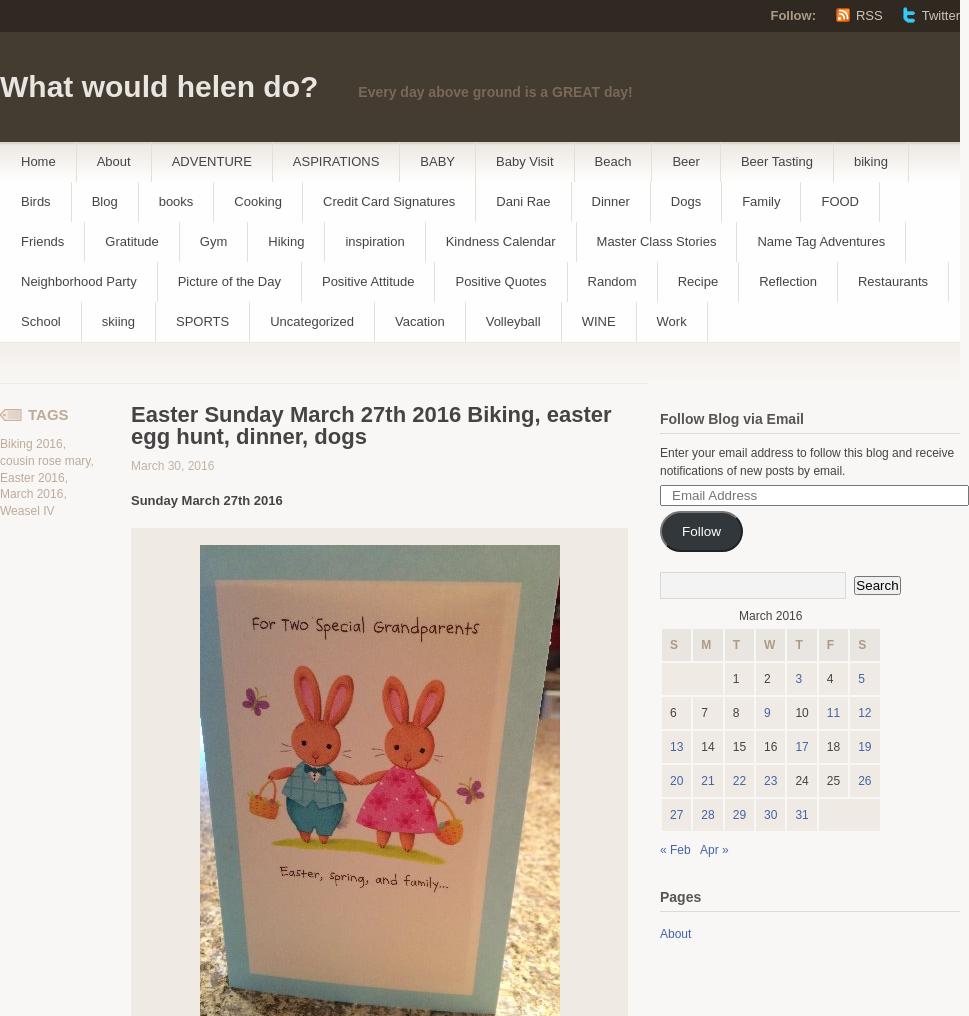 Image resolution: width=969 pixels, height=1016 pixels. Describe the element at coordinates (671, 713) in the screenshot. I see `'6'` at that location.